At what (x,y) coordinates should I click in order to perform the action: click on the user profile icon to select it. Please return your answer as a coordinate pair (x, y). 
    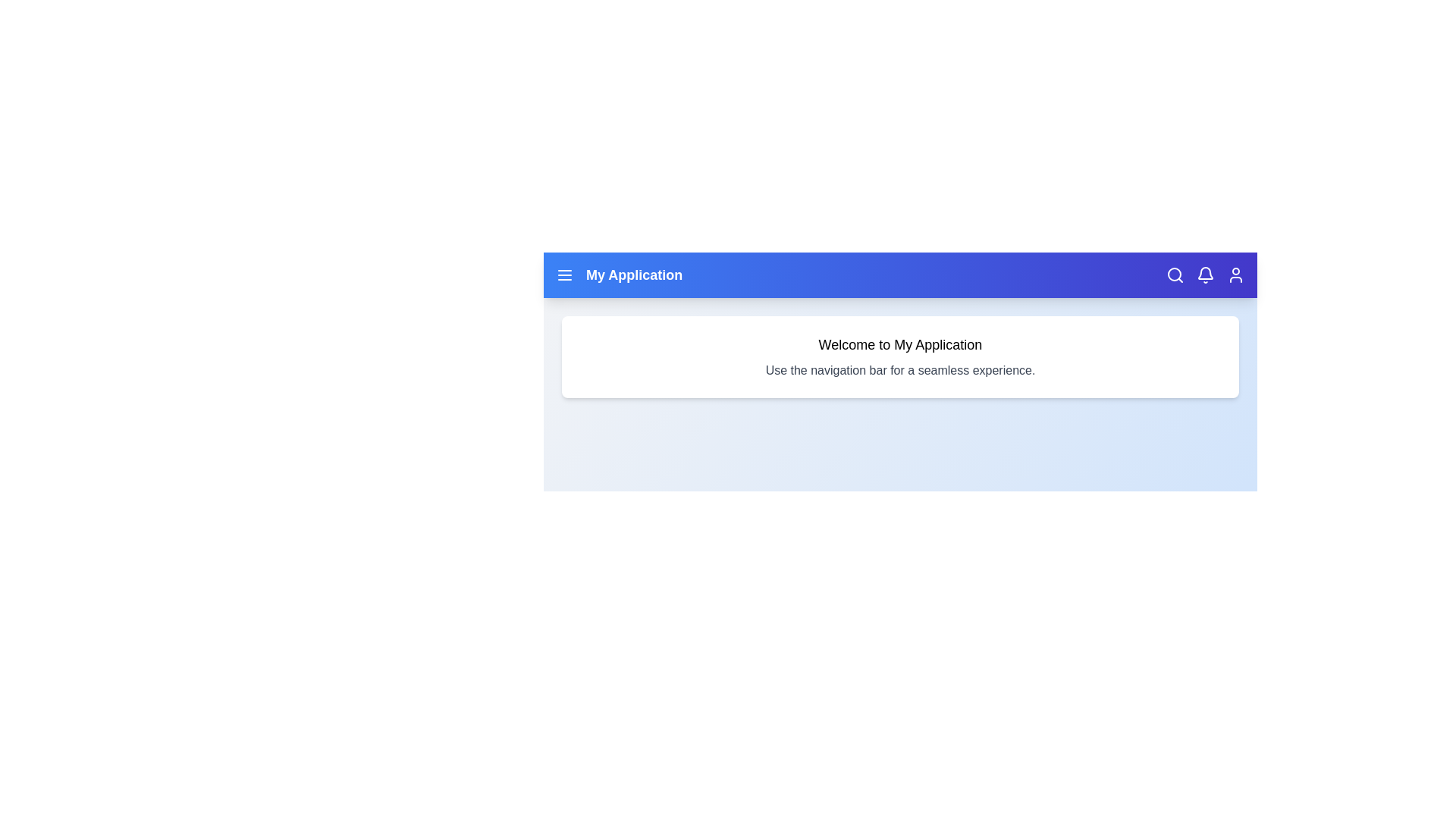
    Looking at the image, I should click on (1236, 275).